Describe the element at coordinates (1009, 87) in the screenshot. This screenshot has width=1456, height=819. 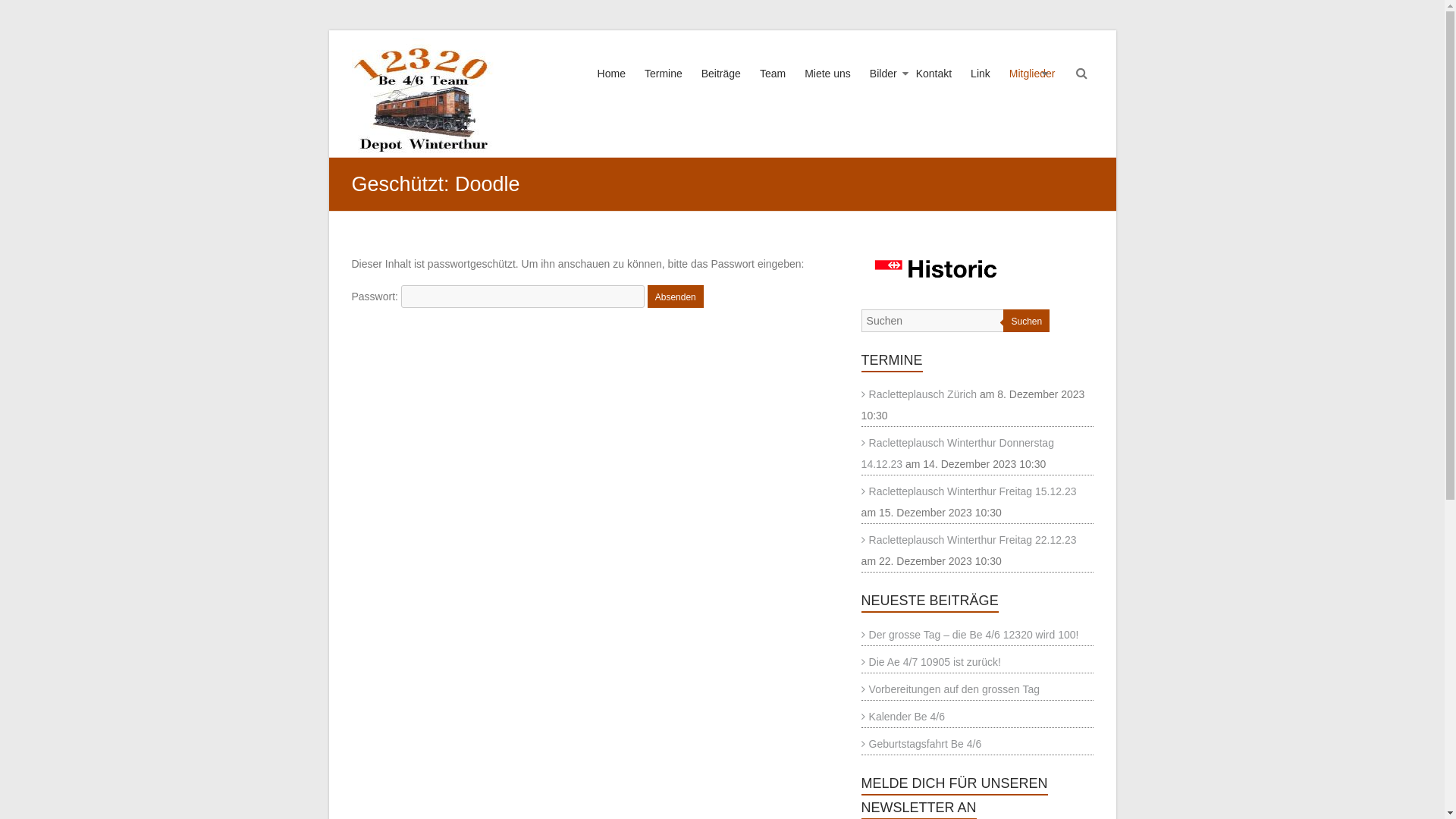
I see `'Mitglieder'` at that location.